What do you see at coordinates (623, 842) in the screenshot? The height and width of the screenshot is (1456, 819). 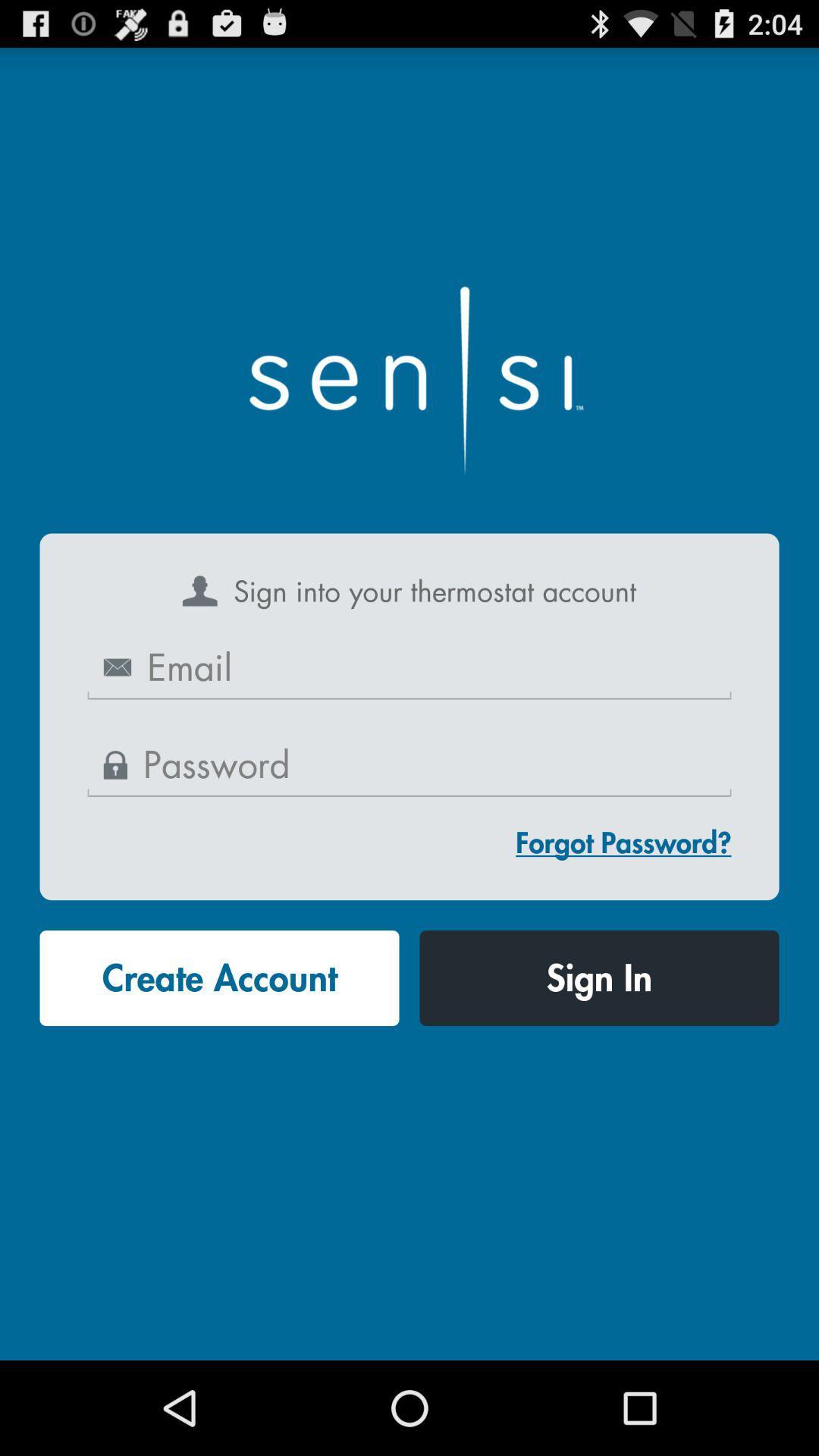 I see `icon on the right` at bounding box center [623, 842].